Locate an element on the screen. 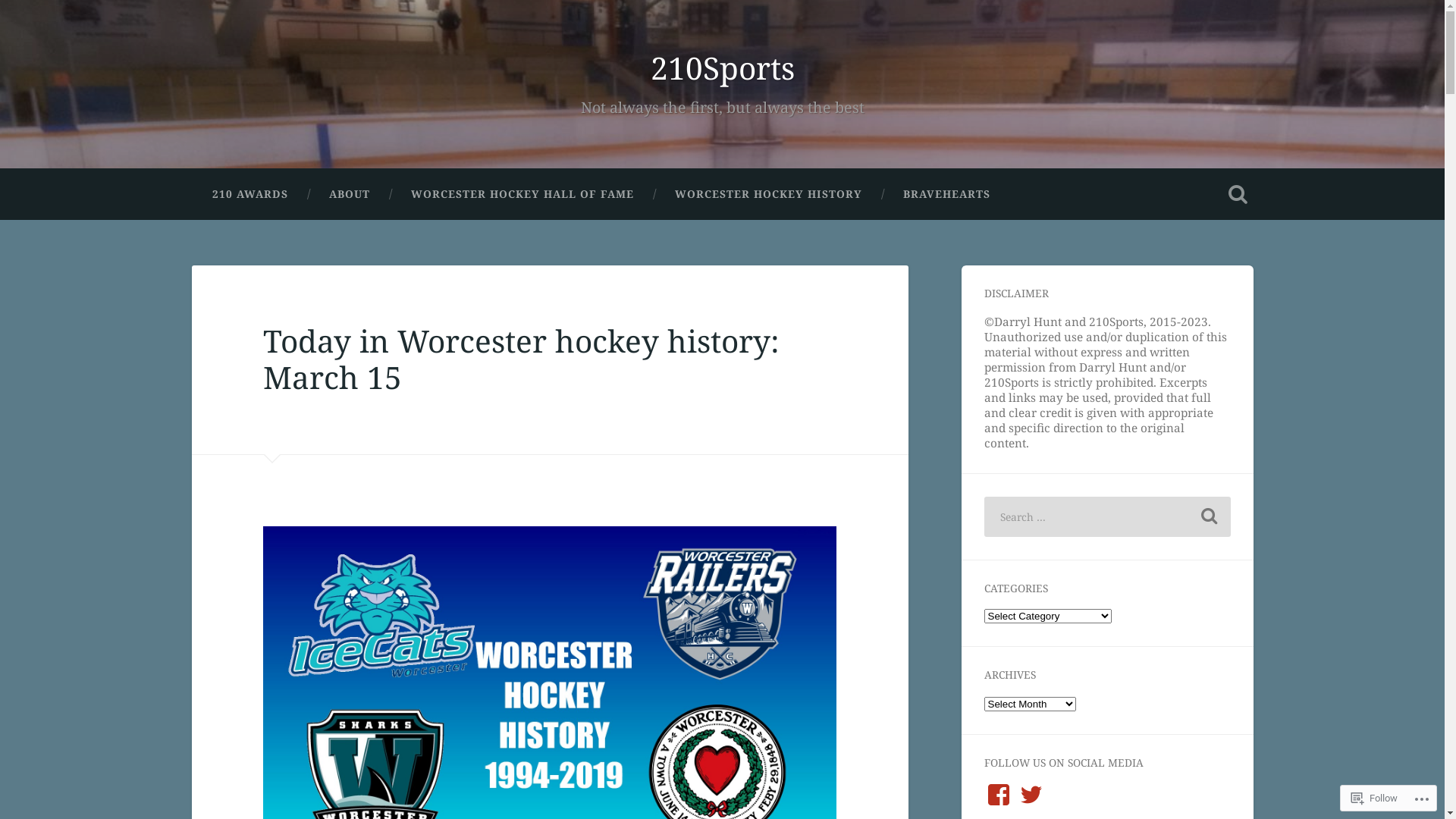 The height and width of the screenshot is (819, 1456). 'Follow' is located at coordinates (1374, 797).